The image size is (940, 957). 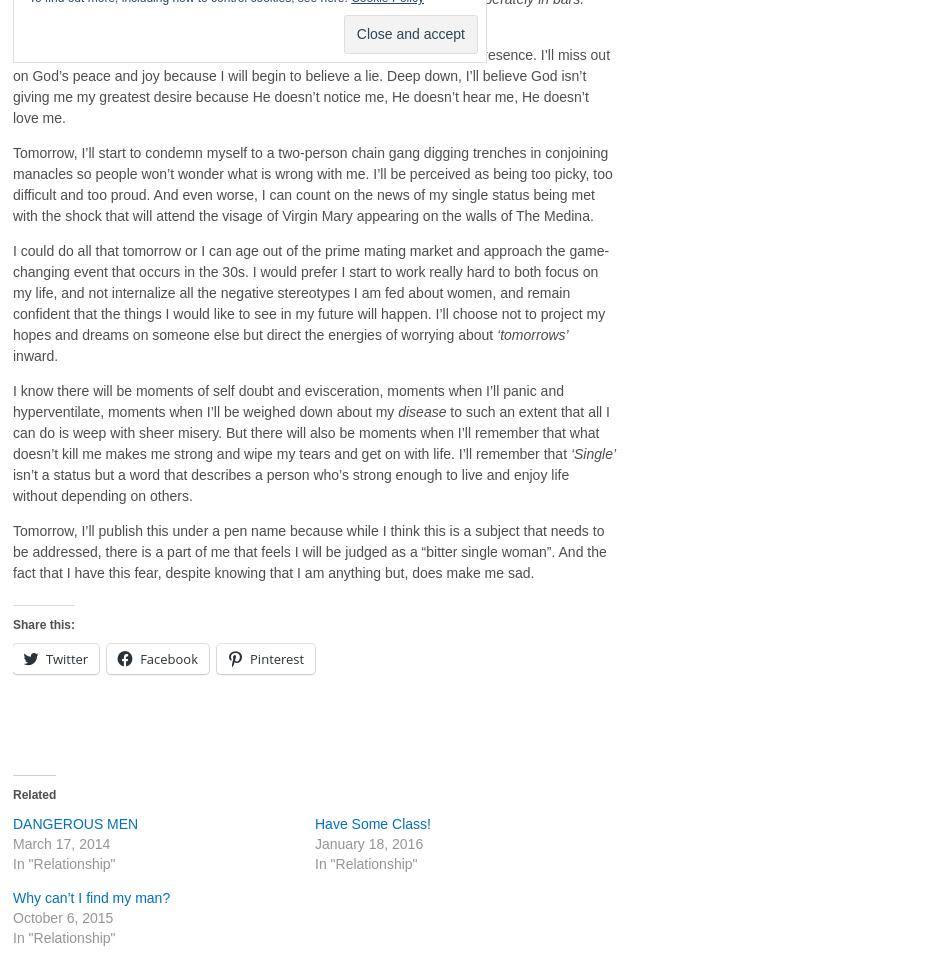 I want to click on 'Share this:', so click(x=42, y=622).